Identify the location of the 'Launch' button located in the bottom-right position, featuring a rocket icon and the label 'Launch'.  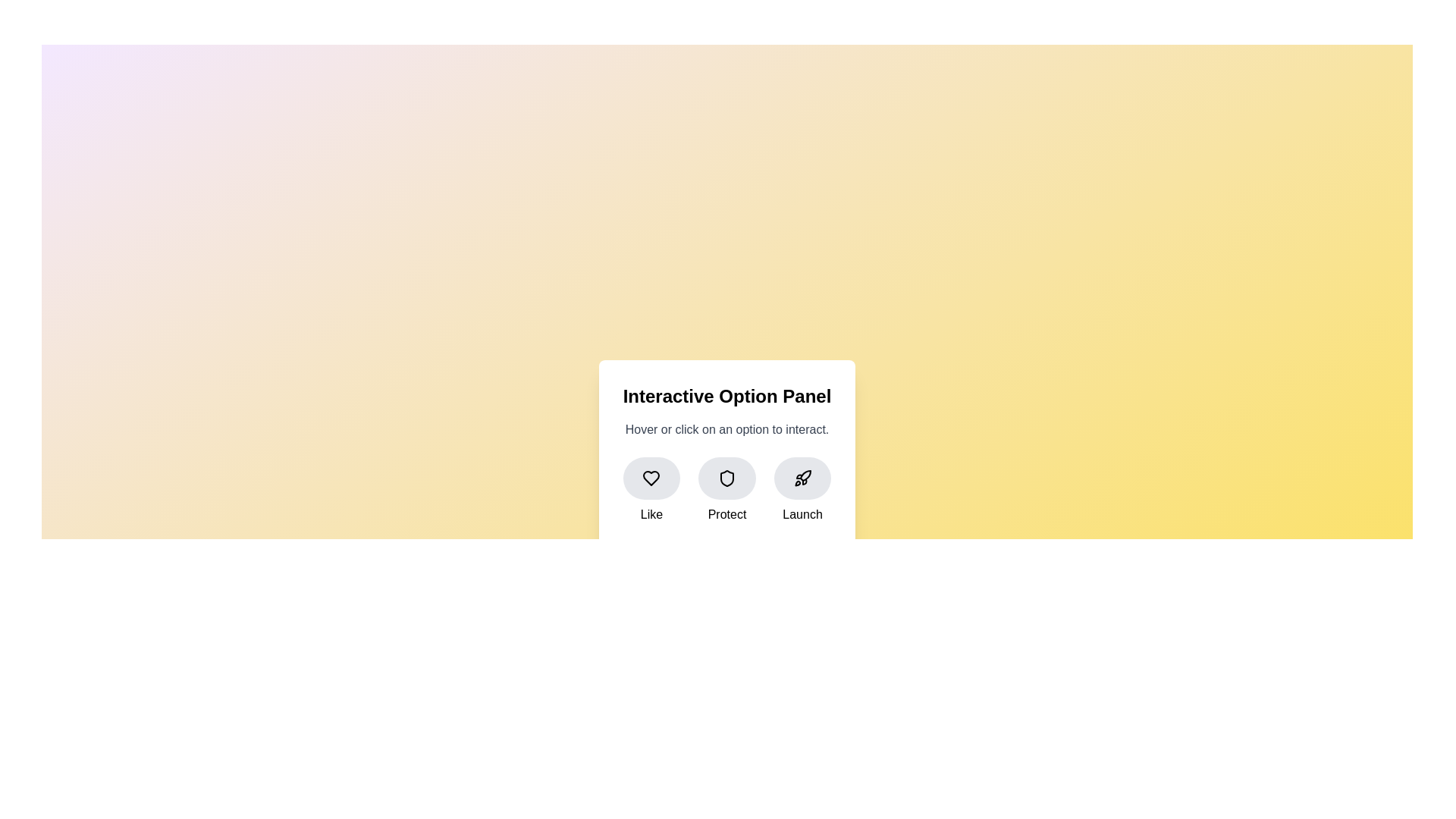
(802, 491).